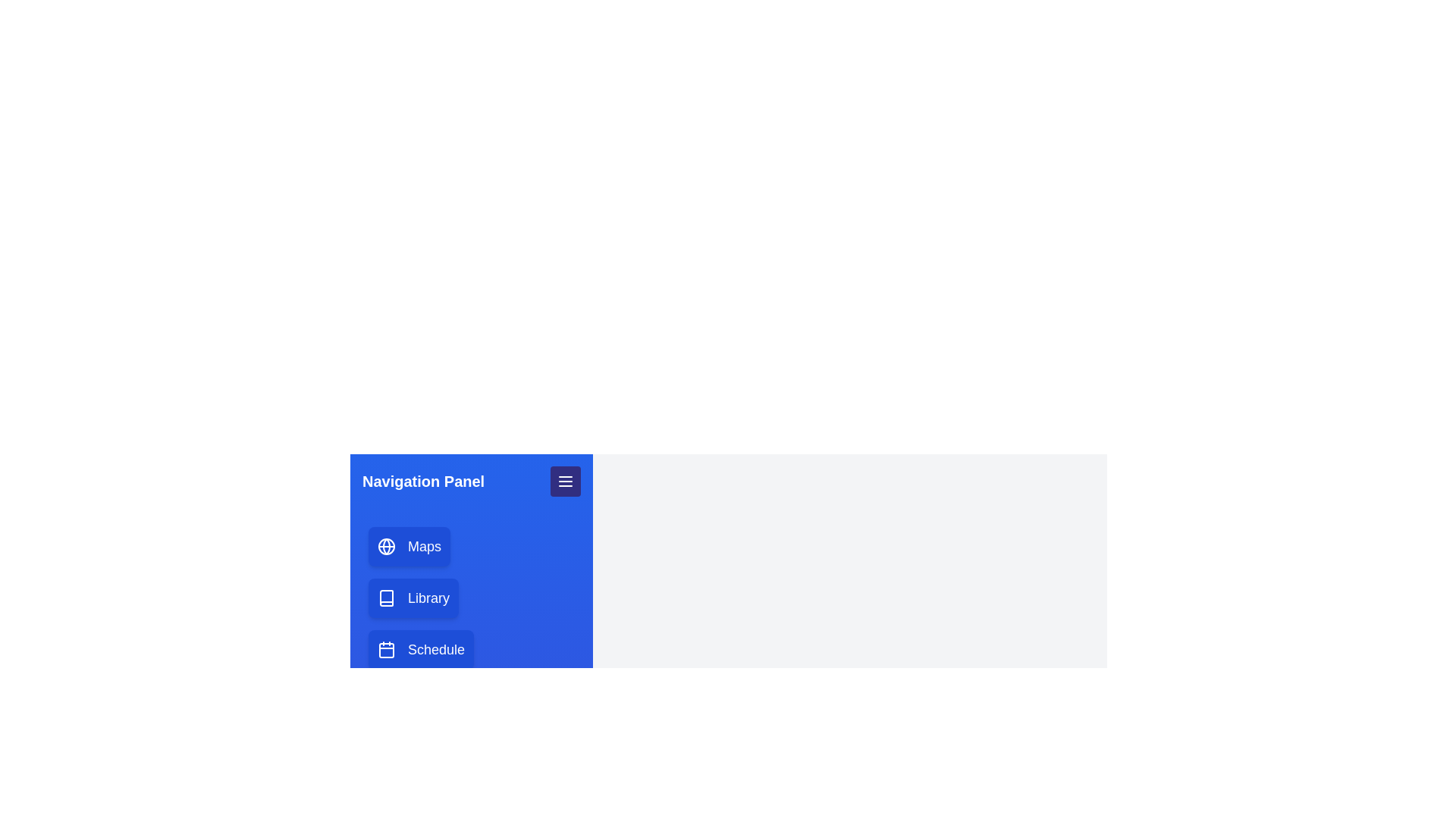 This screenshot has width=1456, height=819. I want to click on the button corresponding to the category Maps, so click(409, 547).